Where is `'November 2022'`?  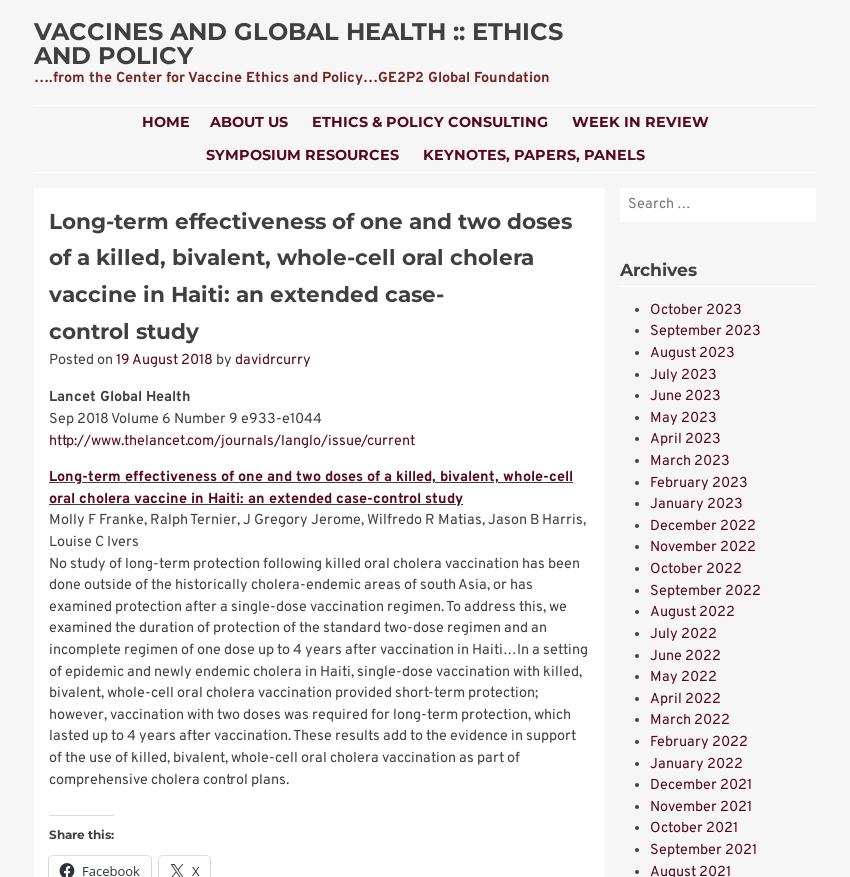 'November 2022' is located at coordinates (702, 547).